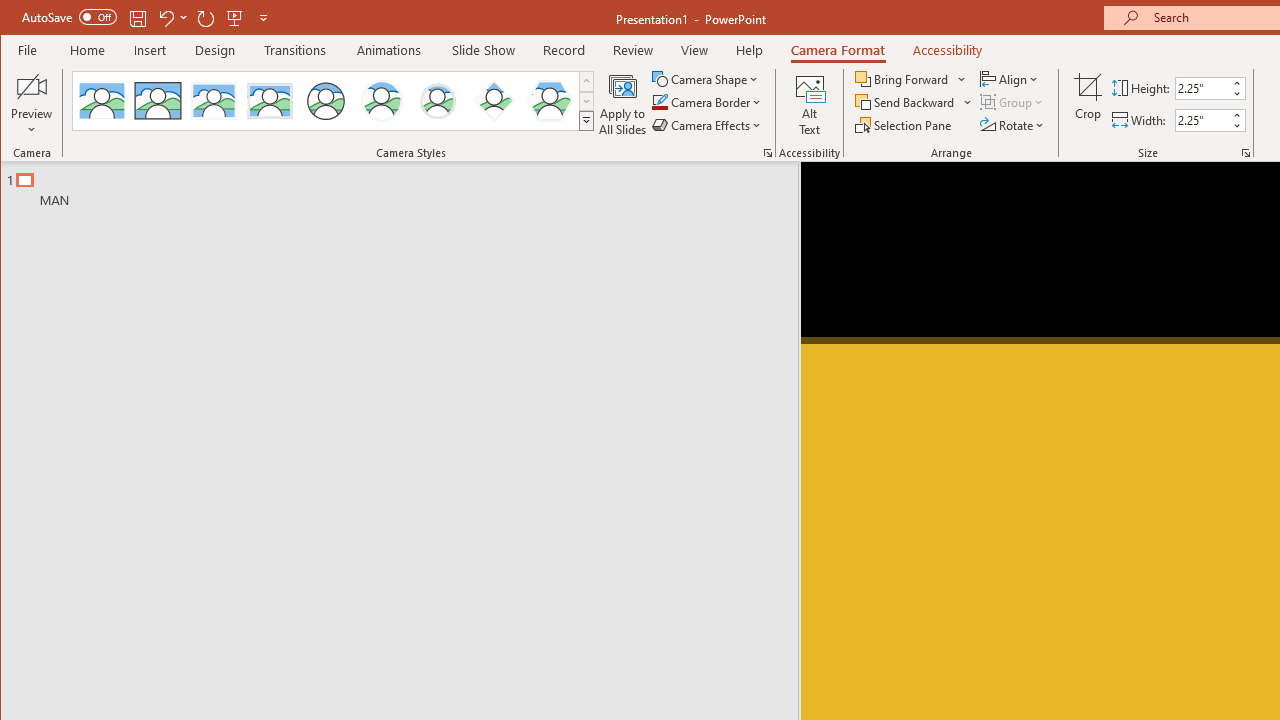  I want to click on 'Crop', so click(1087, 104).